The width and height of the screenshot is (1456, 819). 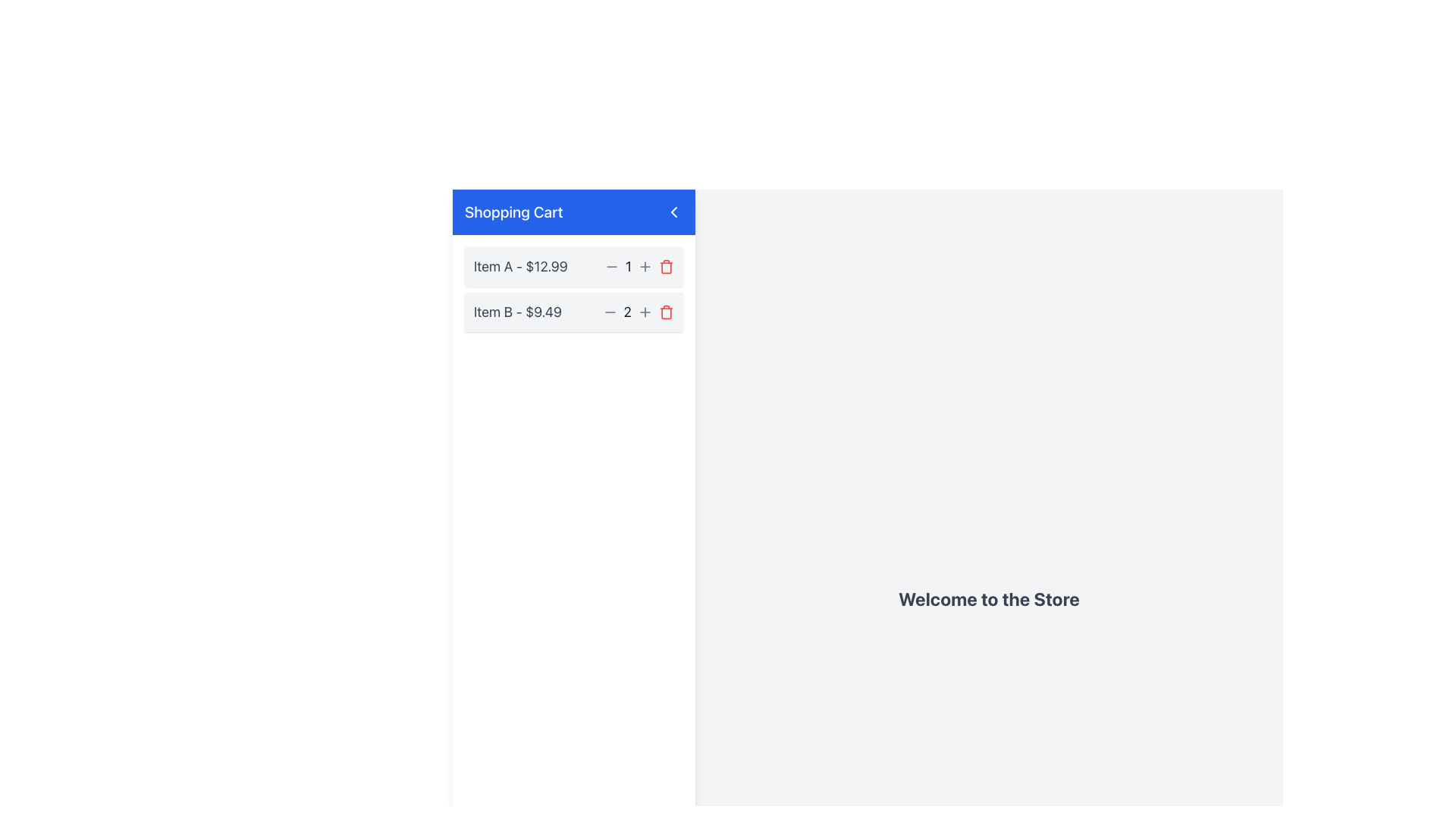 I want to click on the red trash can icon button, so click(x=666, y=312).